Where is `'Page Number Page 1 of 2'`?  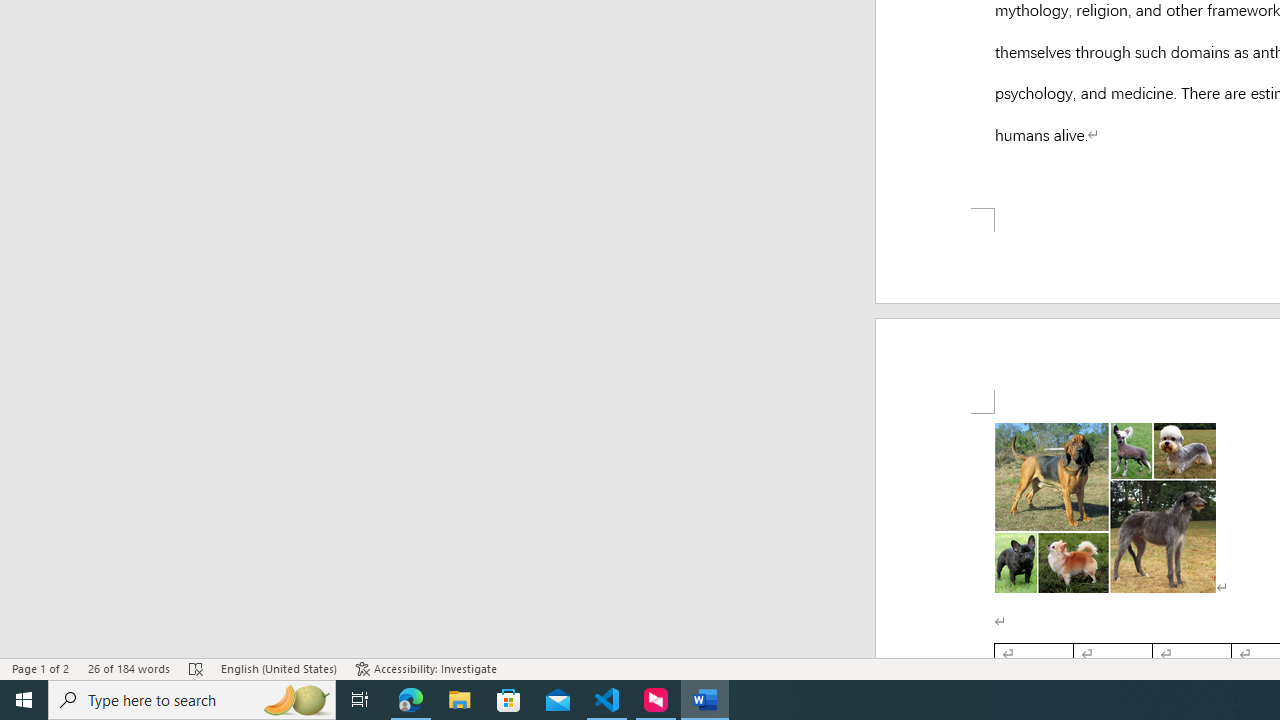 'Page Number Page 1 of 2' is located at coordinates (40, 669).